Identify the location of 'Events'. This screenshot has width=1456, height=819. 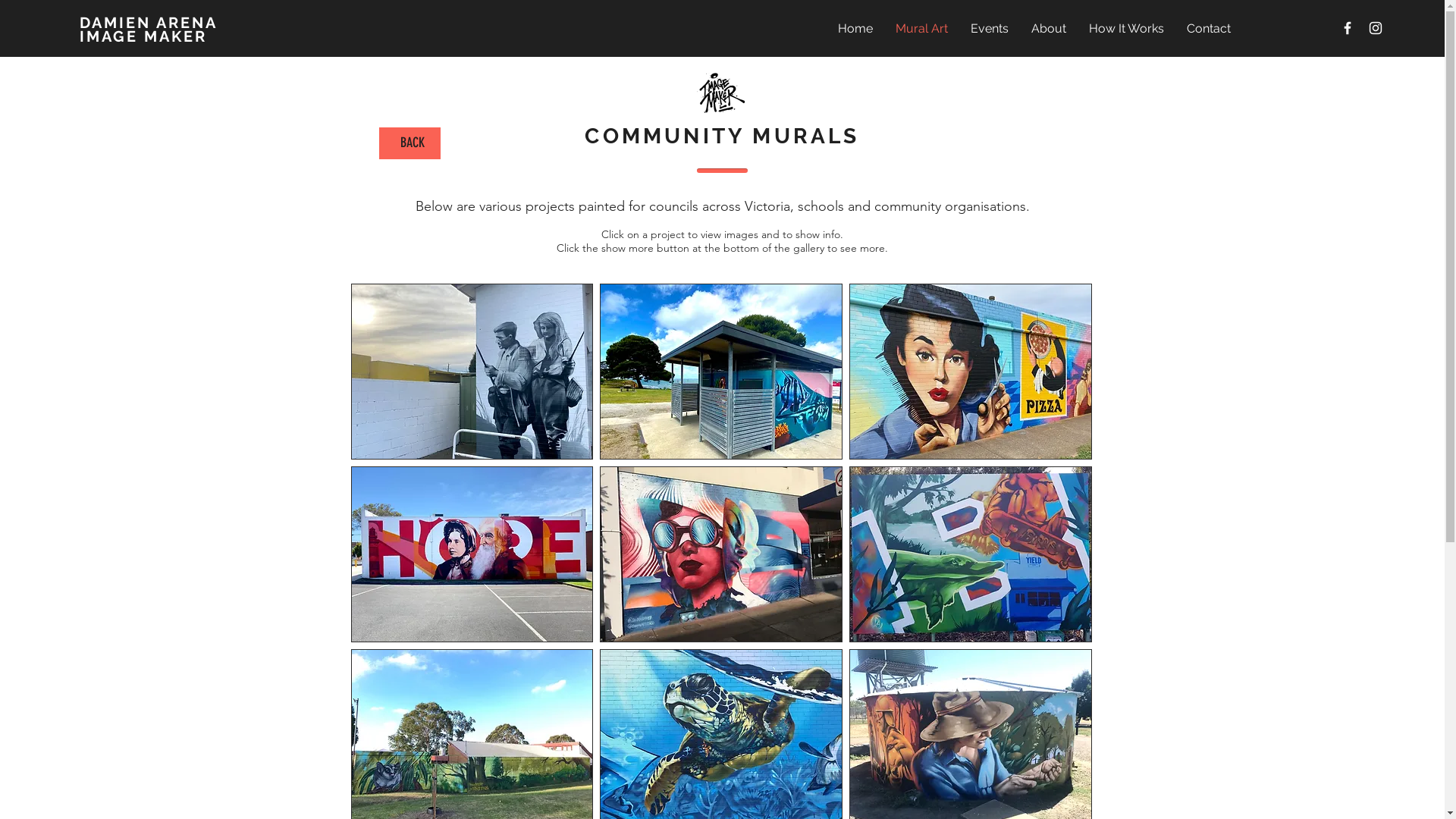
(990, 28).